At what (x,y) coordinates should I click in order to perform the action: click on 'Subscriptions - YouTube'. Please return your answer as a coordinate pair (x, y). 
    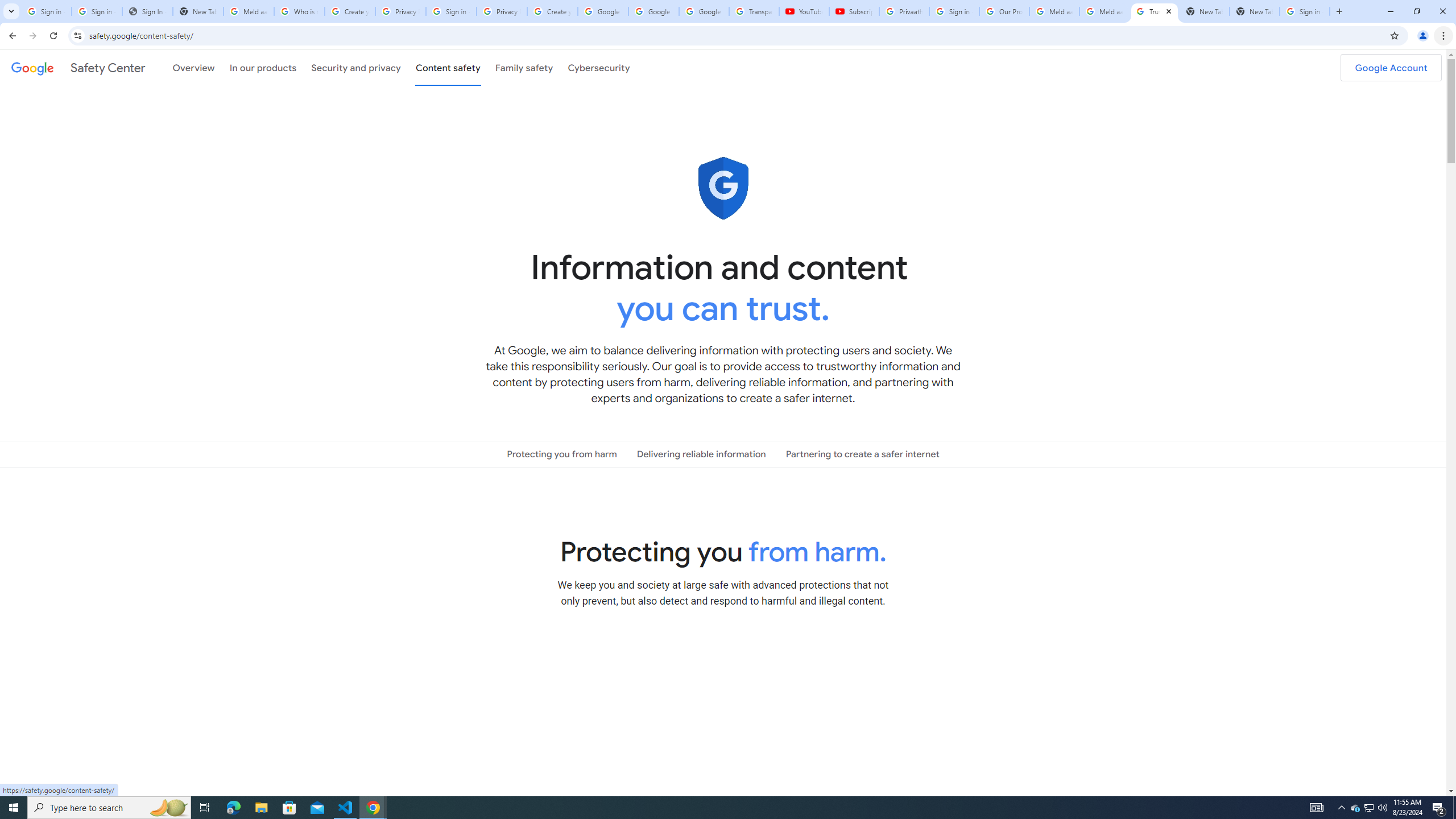
    Looking at the image, I should click on (853, 11).